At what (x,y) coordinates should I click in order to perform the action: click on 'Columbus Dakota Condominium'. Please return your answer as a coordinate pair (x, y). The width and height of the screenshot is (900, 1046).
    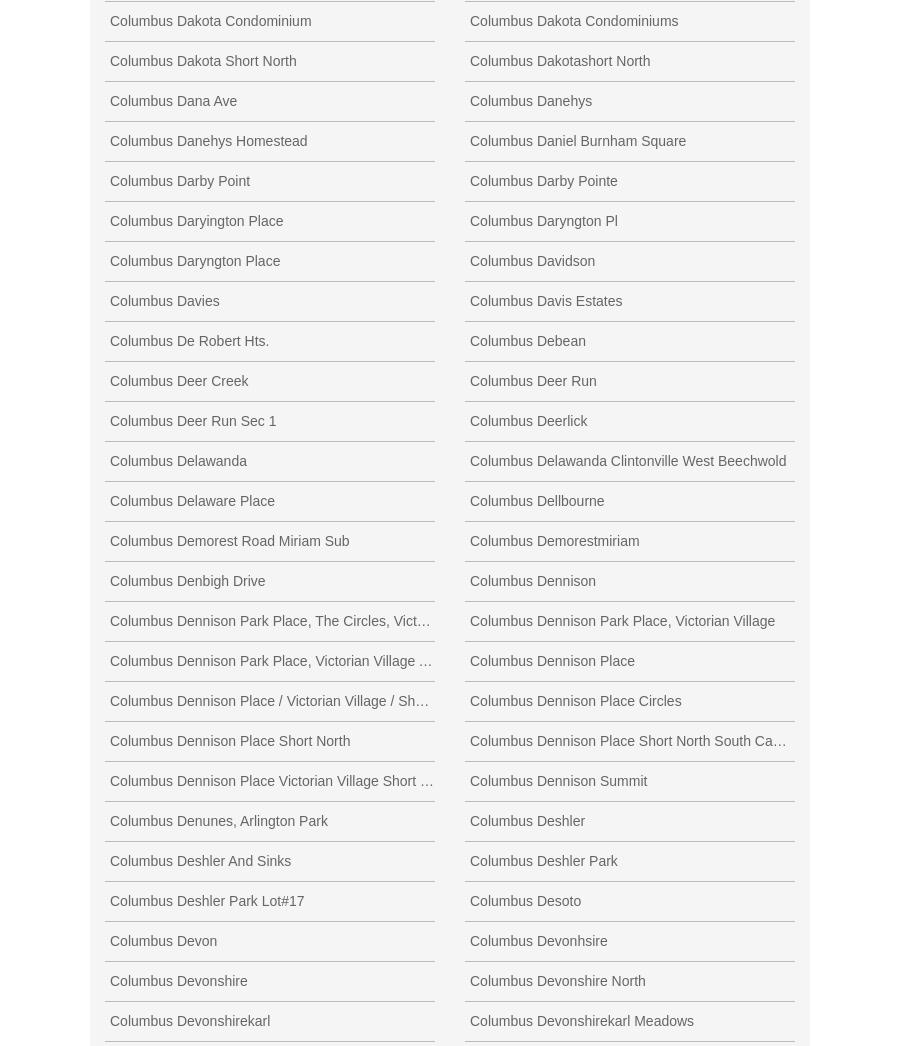
    Looking at the image, I should click on (210, 18).